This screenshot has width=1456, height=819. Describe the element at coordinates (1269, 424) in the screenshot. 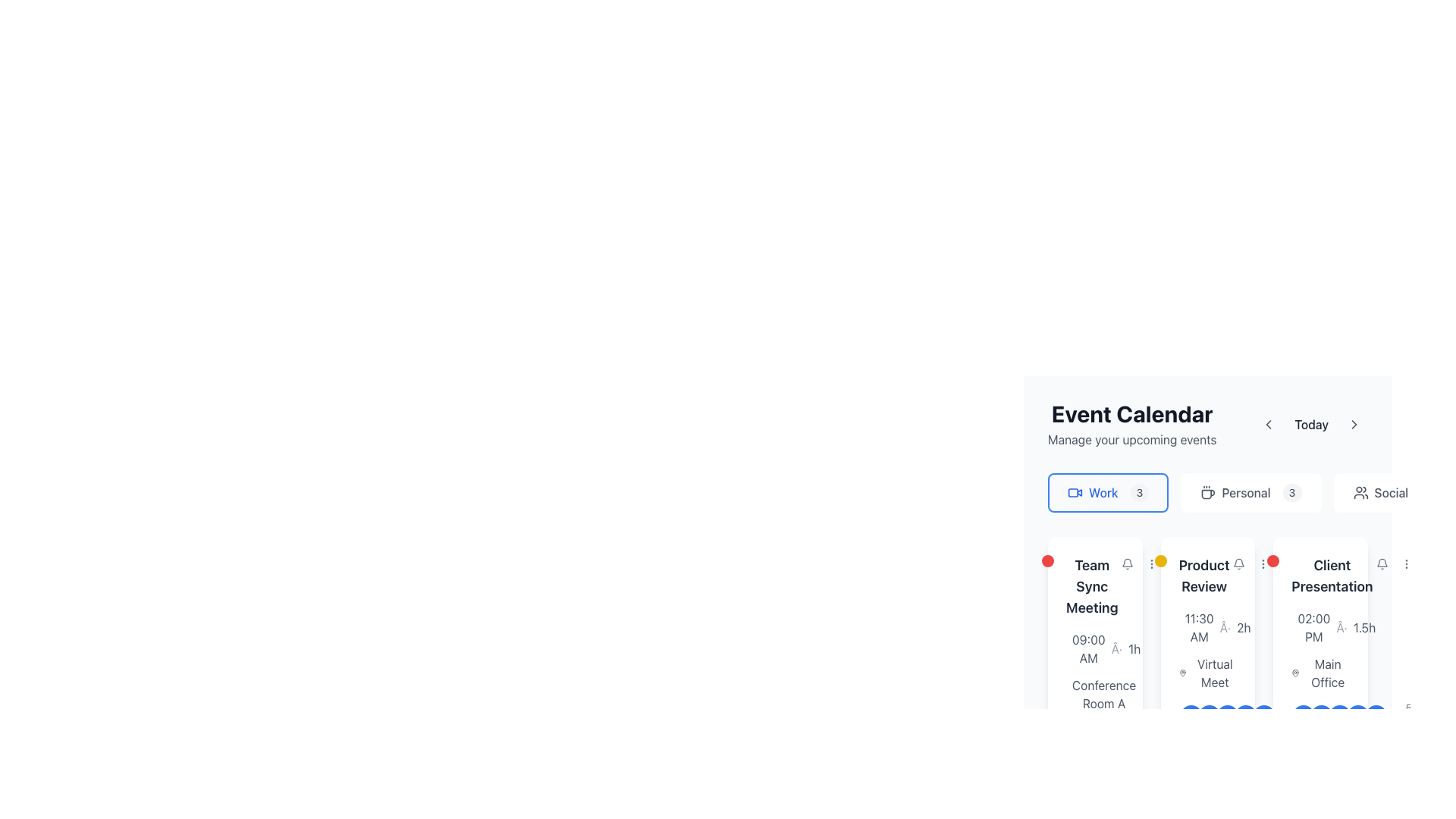

I see `the first circular button in the top-right section of the interface, which is used for backward navigation in a calendar view` at that location.